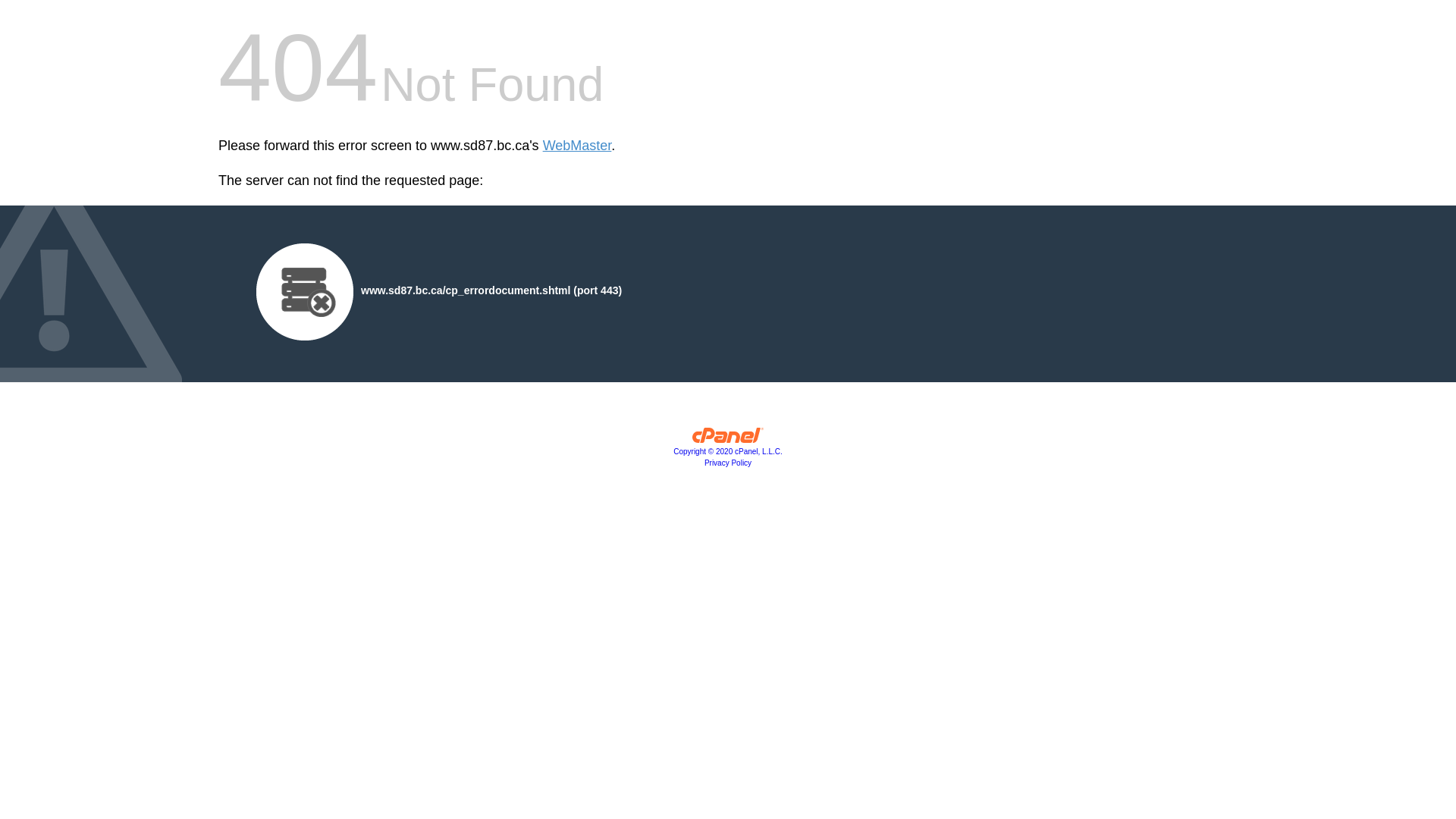 The height and width of the screenshot is (819, 1456). Describe the element at coordinates (728, 462) in the screenshot. I see `'Privacy Policy'` at that location.